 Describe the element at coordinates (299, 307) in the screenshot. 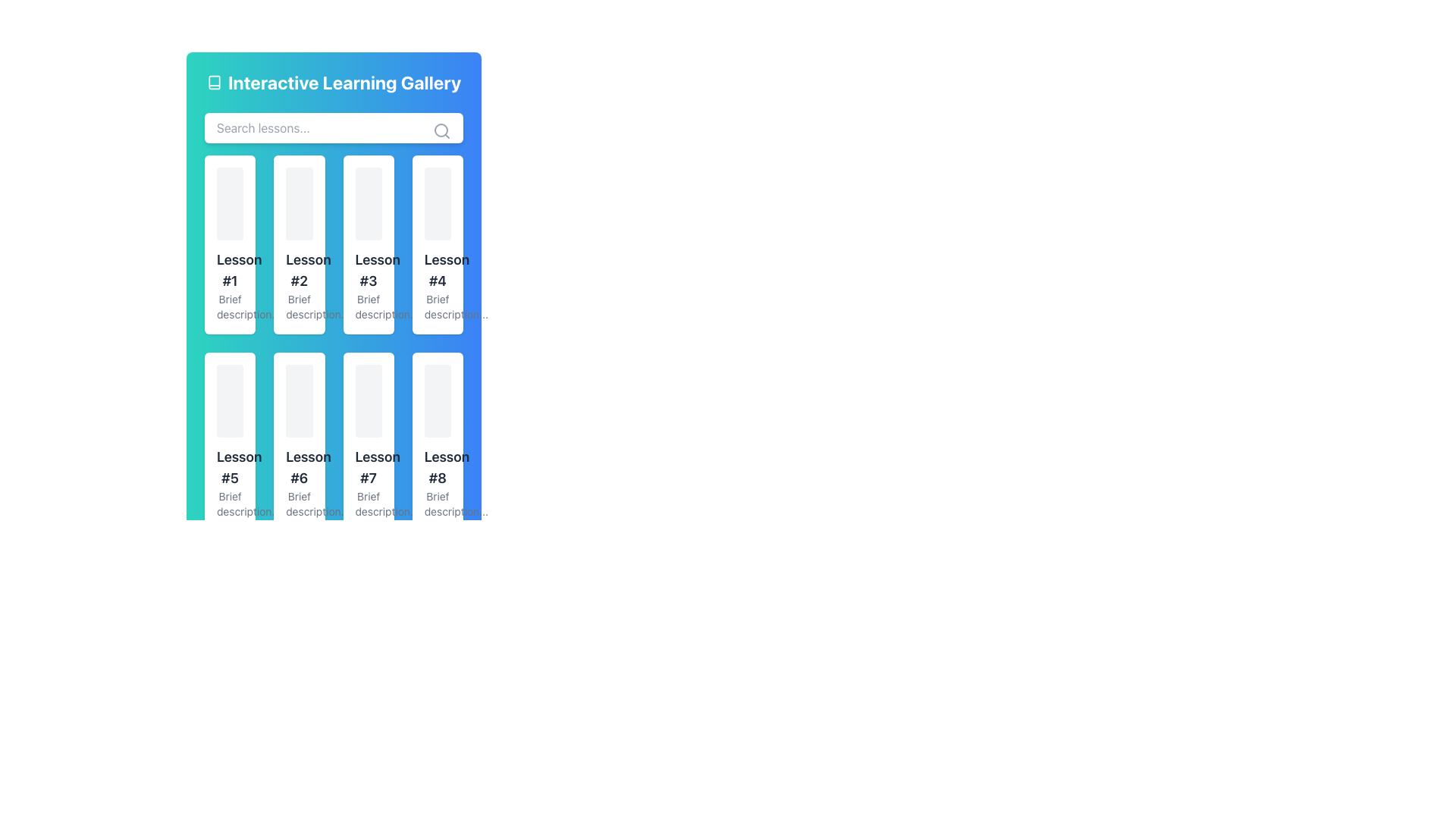

I see `text label providing supplementary information related to the 'Lesson #2' card, located at the bottom of the card in the second column of the first row` at that location.